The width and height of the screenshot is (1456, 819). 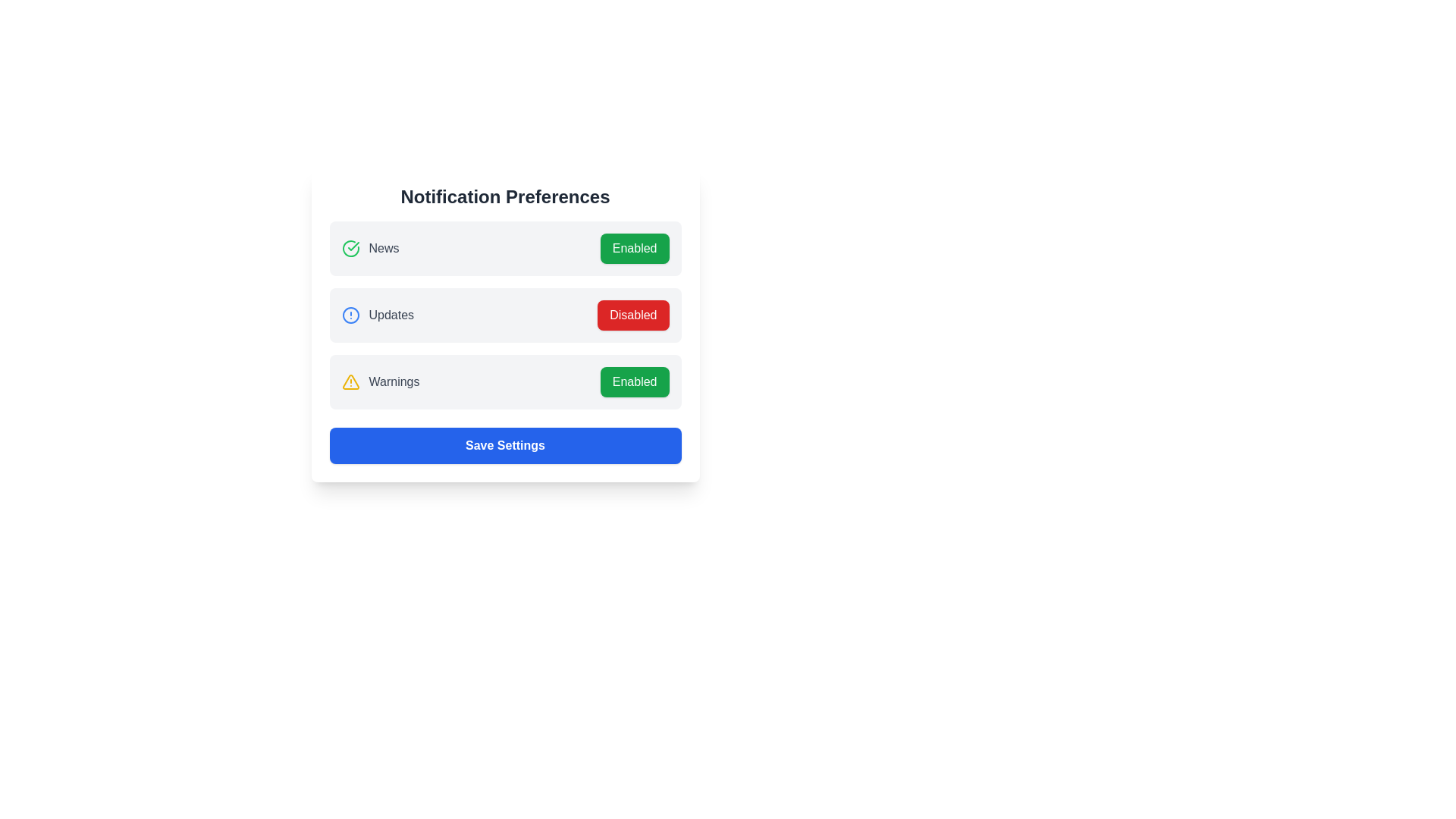 What do you see at coordinates (505, 444) in the screenshot?
I see `'Save Settings' button to save the changes` at bounding box center [505, 444].